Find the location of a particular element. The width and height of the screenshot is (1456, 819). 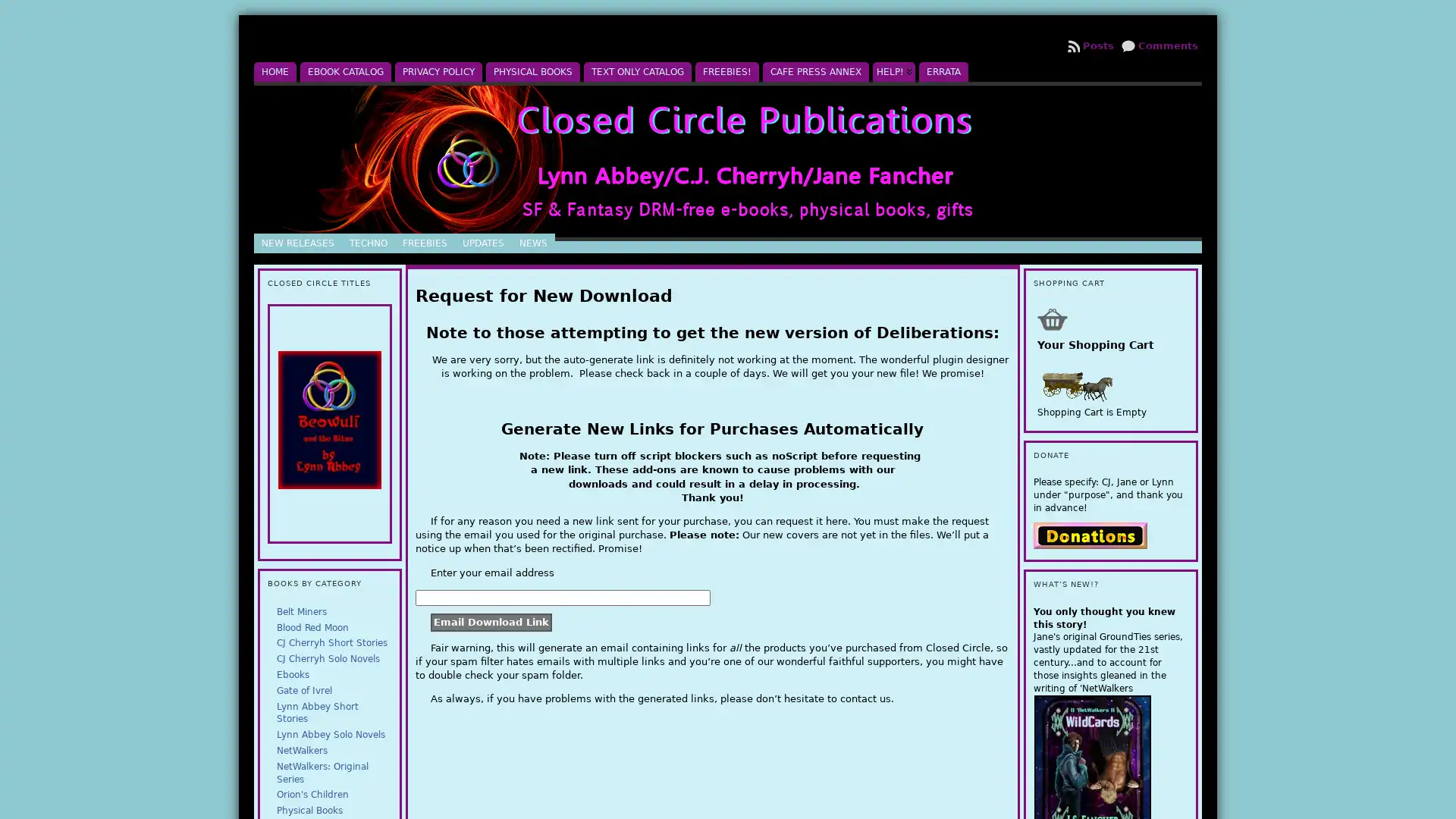

PayPal - The safer, easier way to pay online. is located at coordinates (1088, 534).